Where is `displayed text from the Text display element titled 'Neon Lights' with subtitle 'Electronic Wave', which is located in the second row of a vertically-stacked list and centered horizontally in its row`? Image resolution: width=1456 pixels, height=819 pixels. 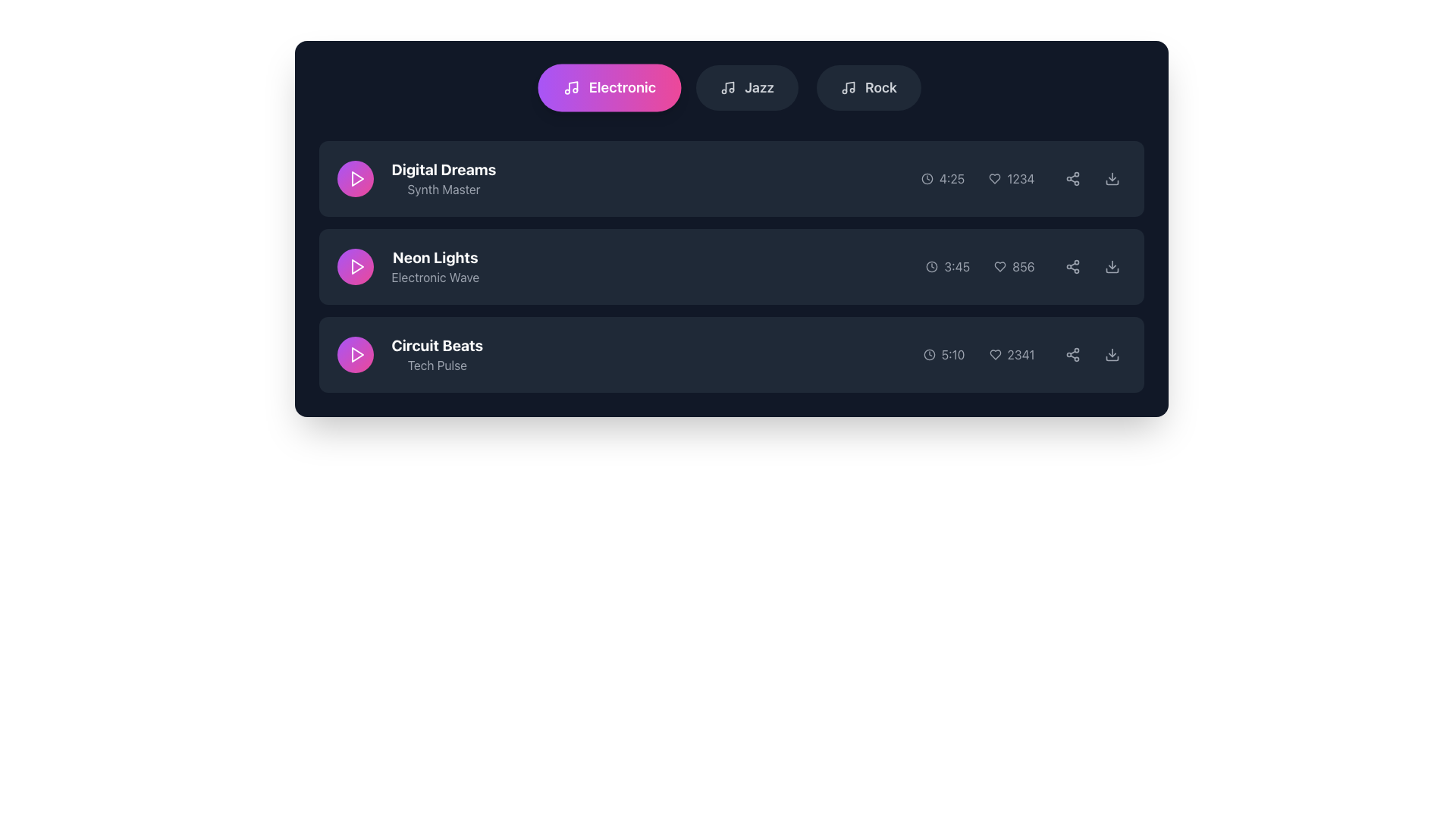 displayed text from the Text display element titled 'Neon Lights' with subtitle 'Electronic Wave', which is located in the second row of a vertically-stacked list and centered horizontally in its row is located at coordinates (435, 265).